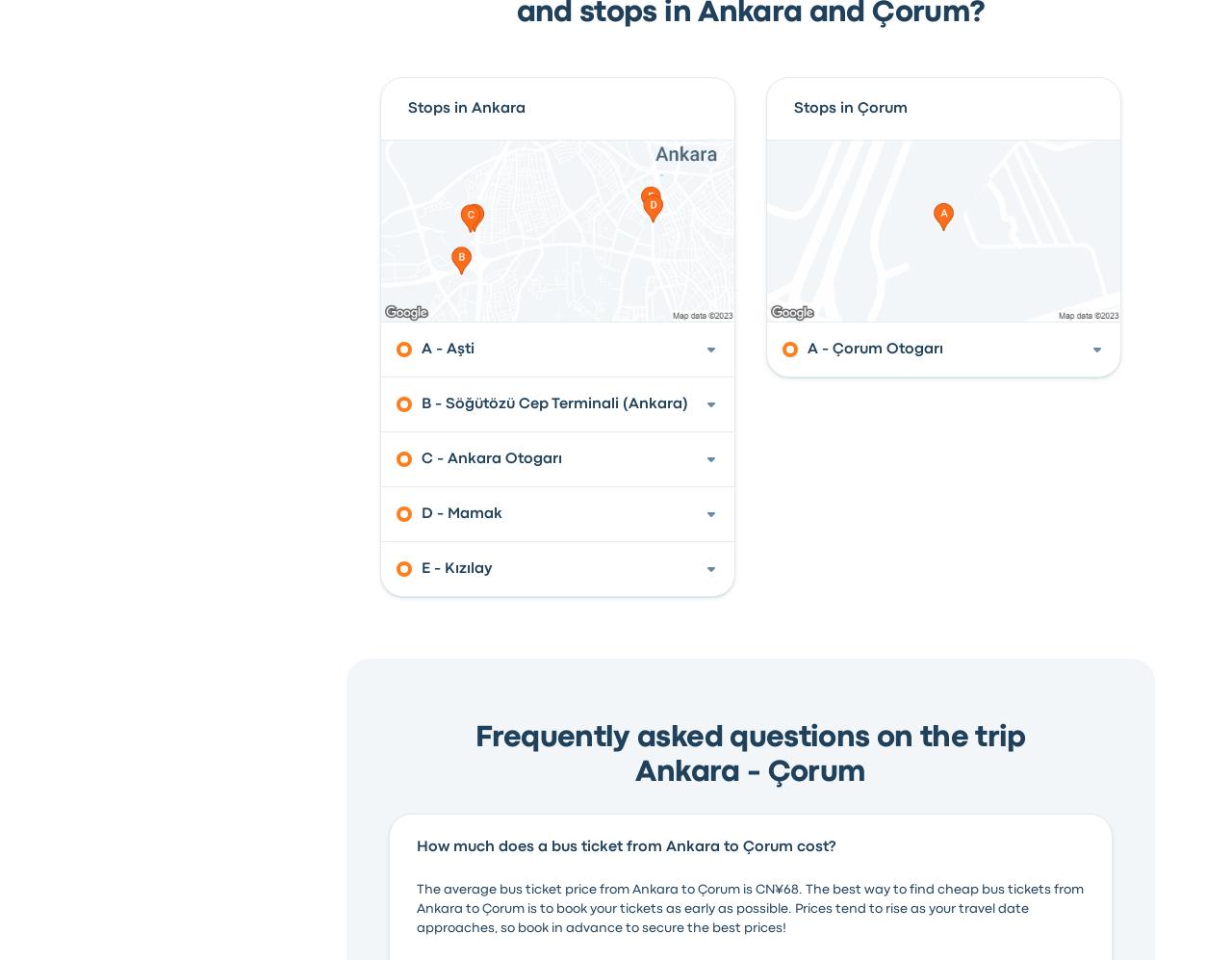 This screenshot has height=960, width=1232. I want to click on 'E - Kızılay', so click(454, 567).